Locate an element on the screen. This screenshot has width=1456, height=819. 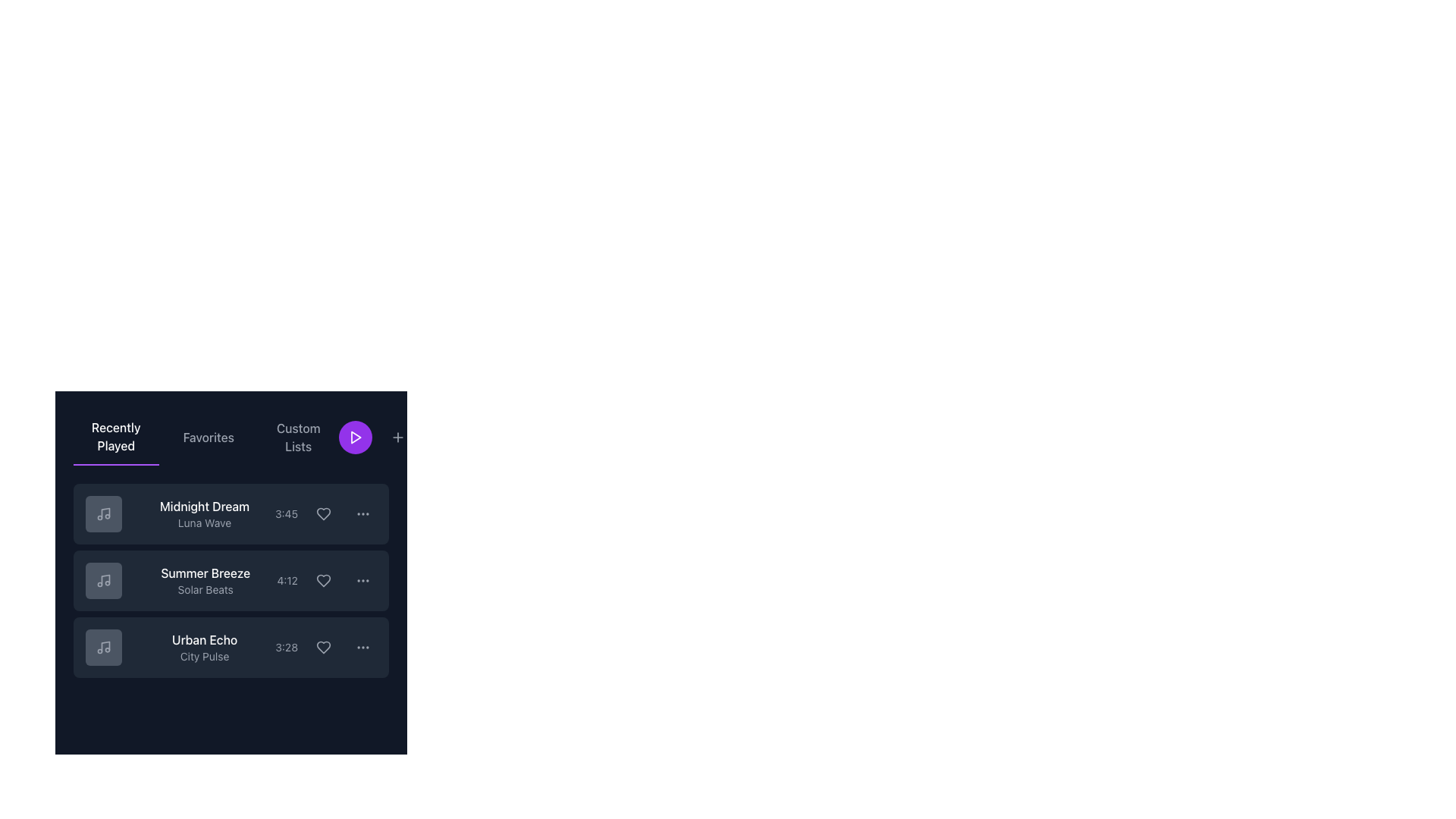
the Icon button with a dark gray background and a light gray music note icon, located at the top left corner of the 'Midnight Dream' entry in the 'Recently Played' list is located at coordinates (103, 513).